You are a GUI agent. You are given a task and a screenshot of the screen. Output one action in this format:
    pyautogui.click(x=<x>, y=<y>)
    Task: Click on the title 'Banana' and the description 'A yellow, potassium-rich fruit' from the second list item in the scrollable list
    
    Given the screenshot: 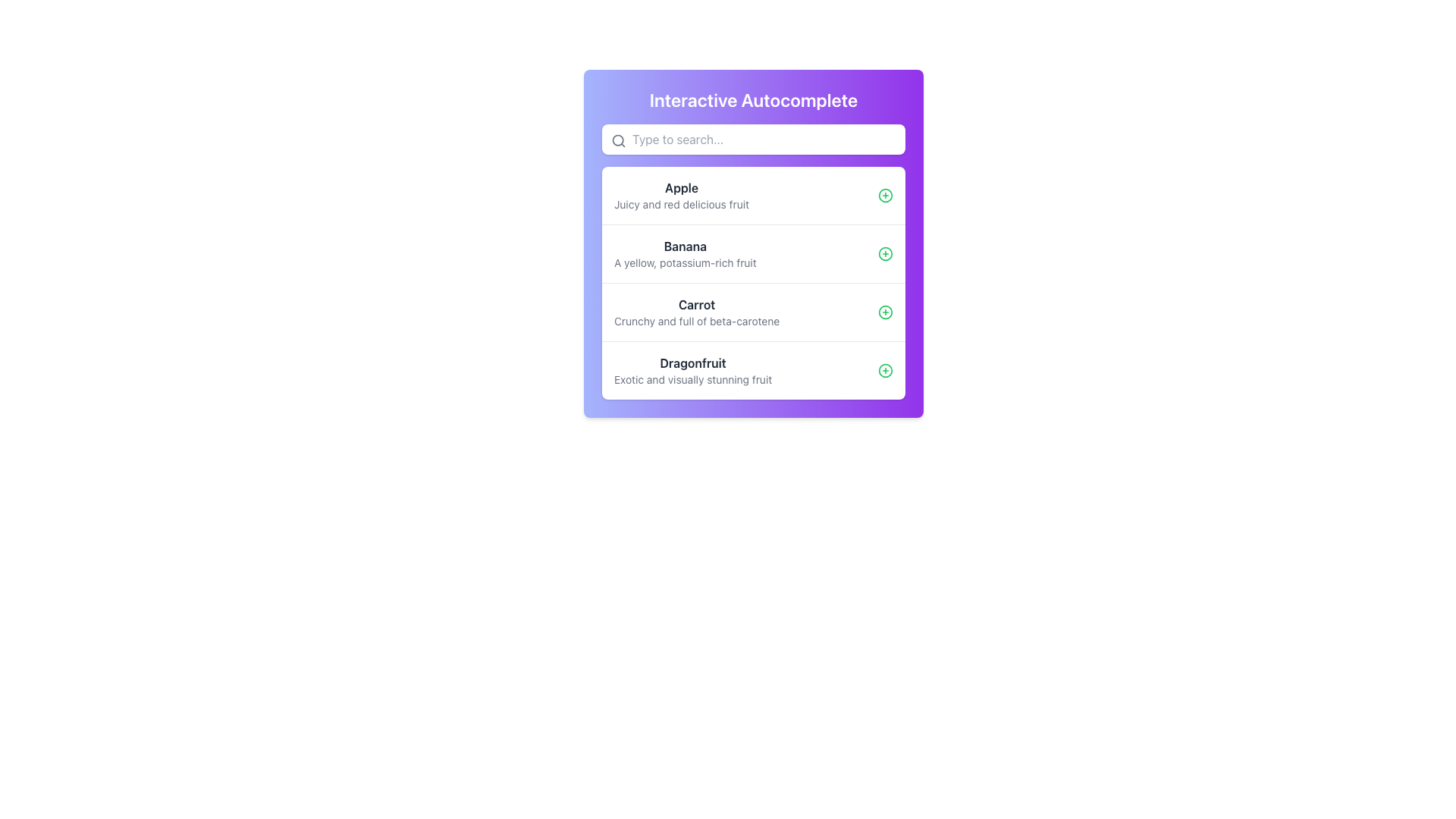 What is the action you would take?
    pyautogui.click(x=684, y=253)
    